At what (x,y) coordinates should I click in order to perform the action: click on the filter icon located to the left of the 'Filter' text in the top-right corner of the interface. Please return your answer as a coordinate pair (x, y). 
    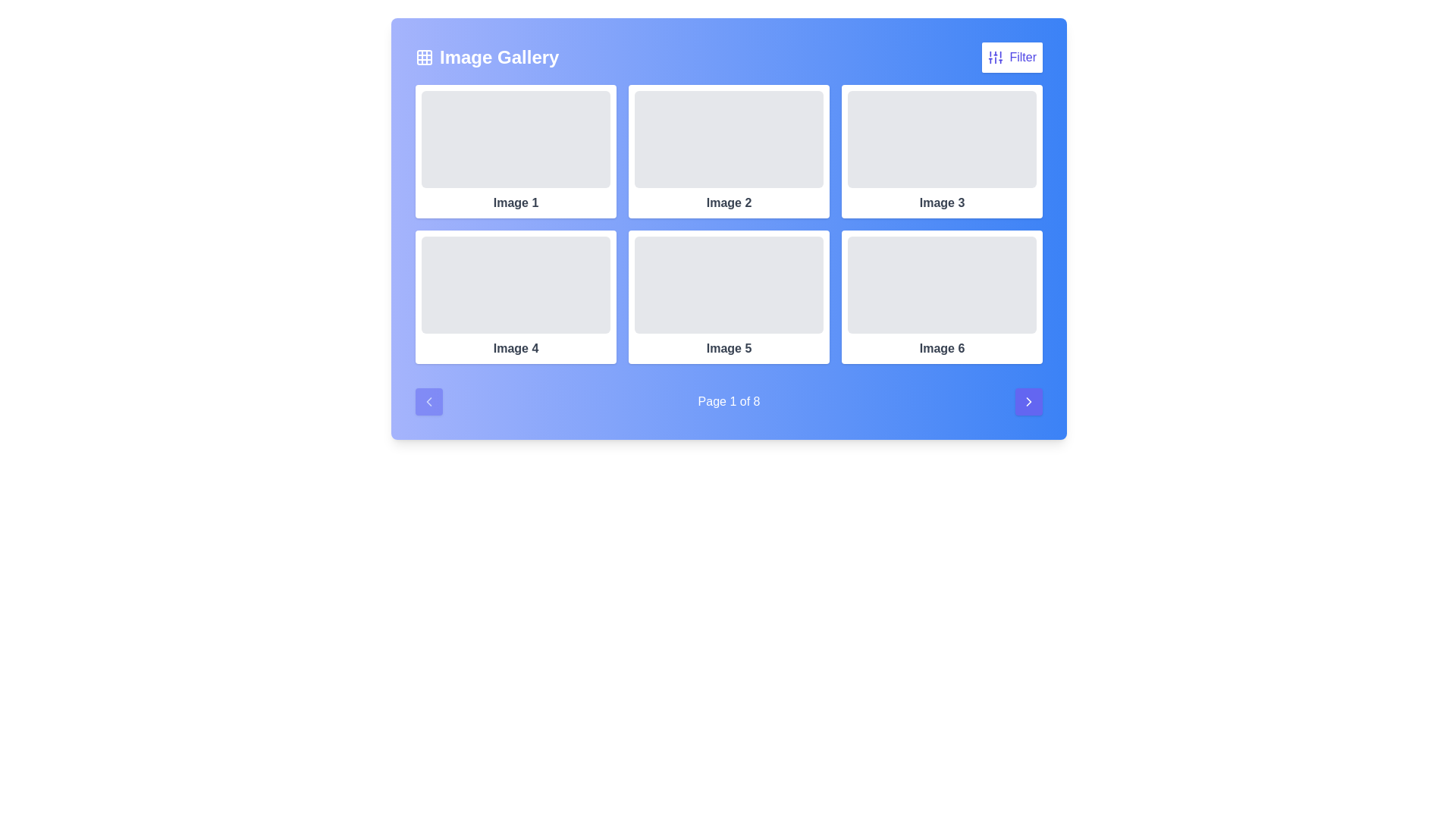
    Looking at the image, I should click on (996, 57).